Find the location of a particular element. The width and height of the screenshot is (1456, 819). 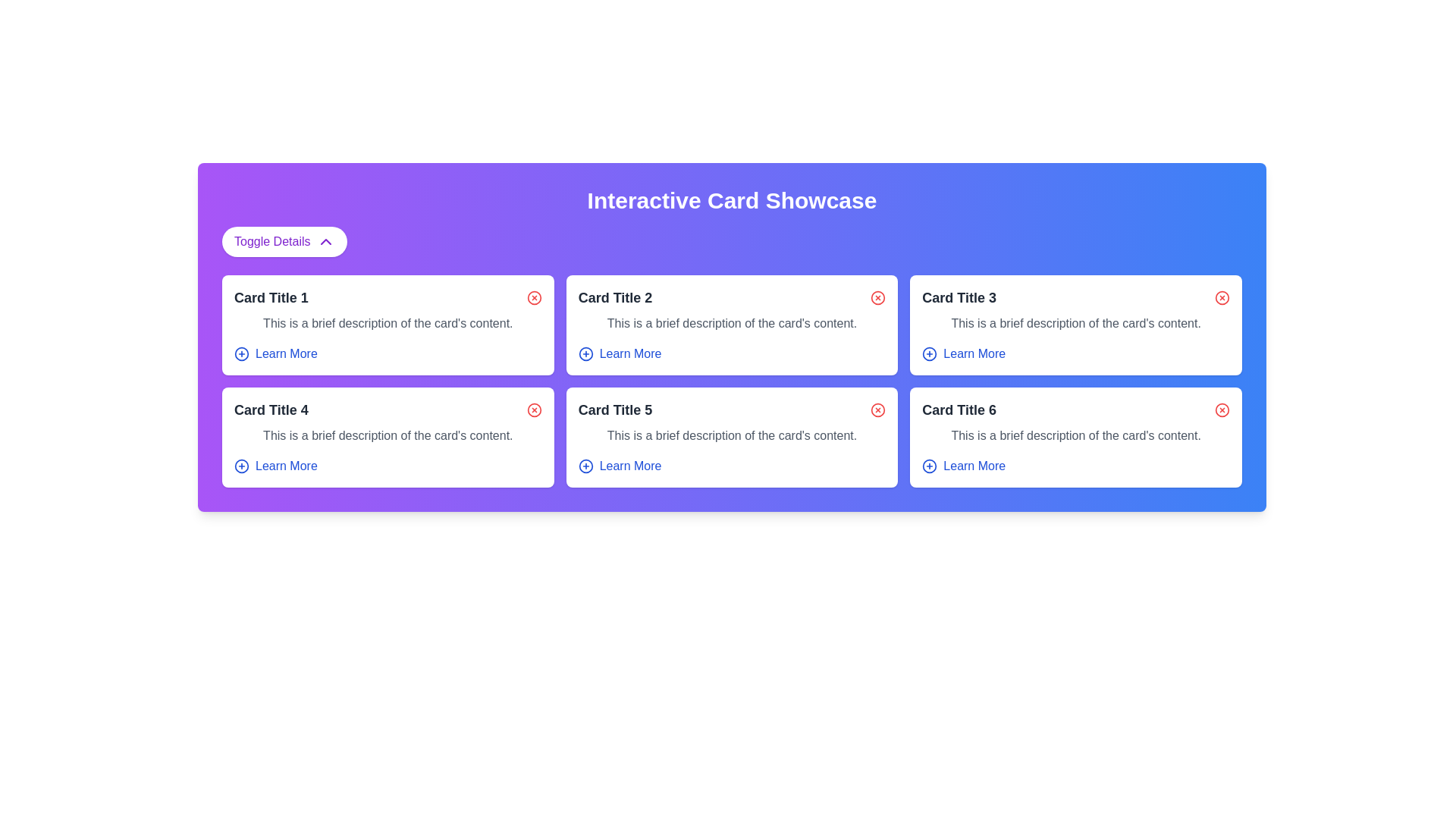

the Icon button located at the leftmost position in the 'Learn More' action row of 'Card Title 3' is located at coordinates (929, 353).